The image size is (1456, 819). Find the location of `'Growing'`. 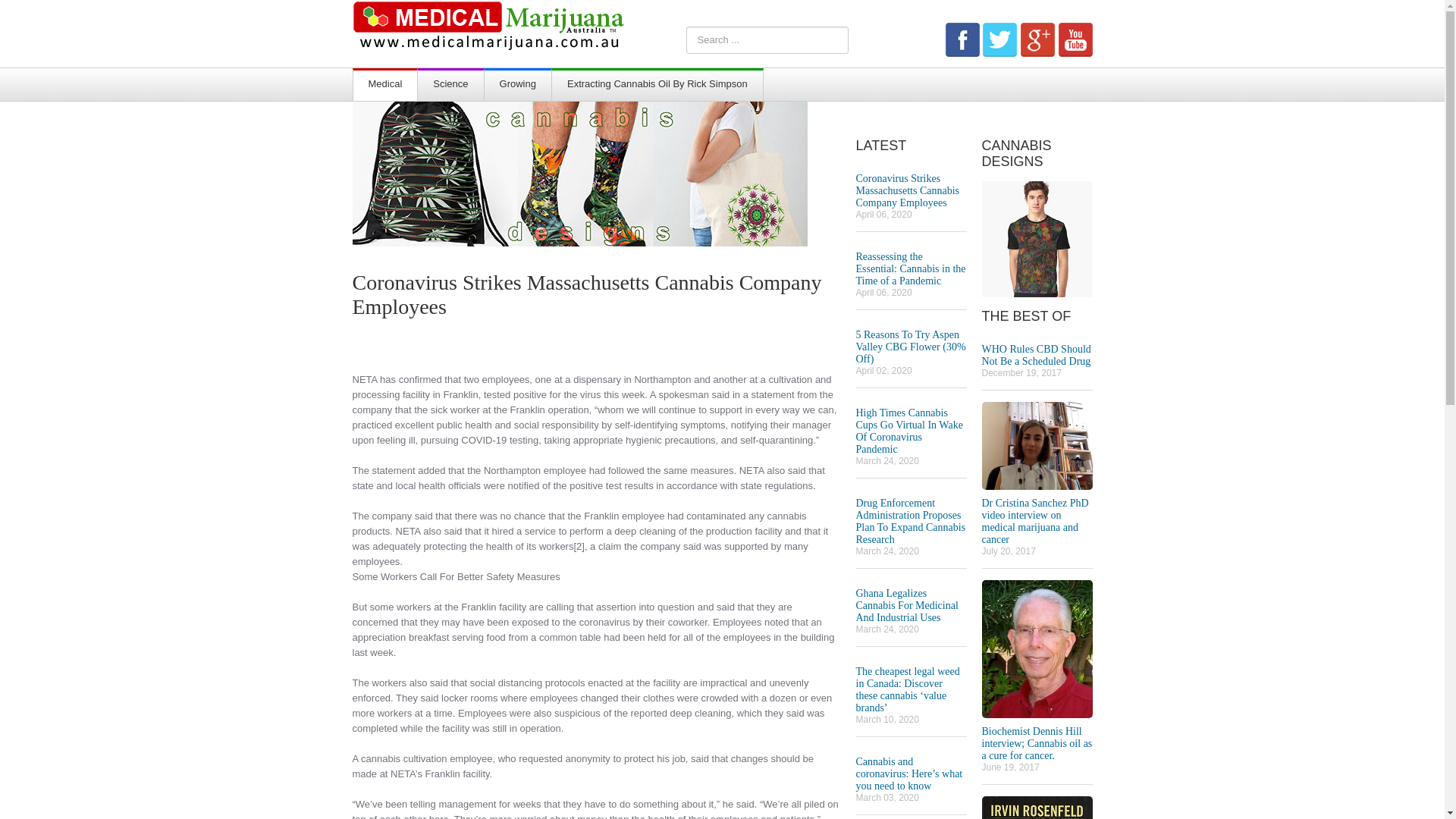

'Growing' is located at coordinates (517, 85).